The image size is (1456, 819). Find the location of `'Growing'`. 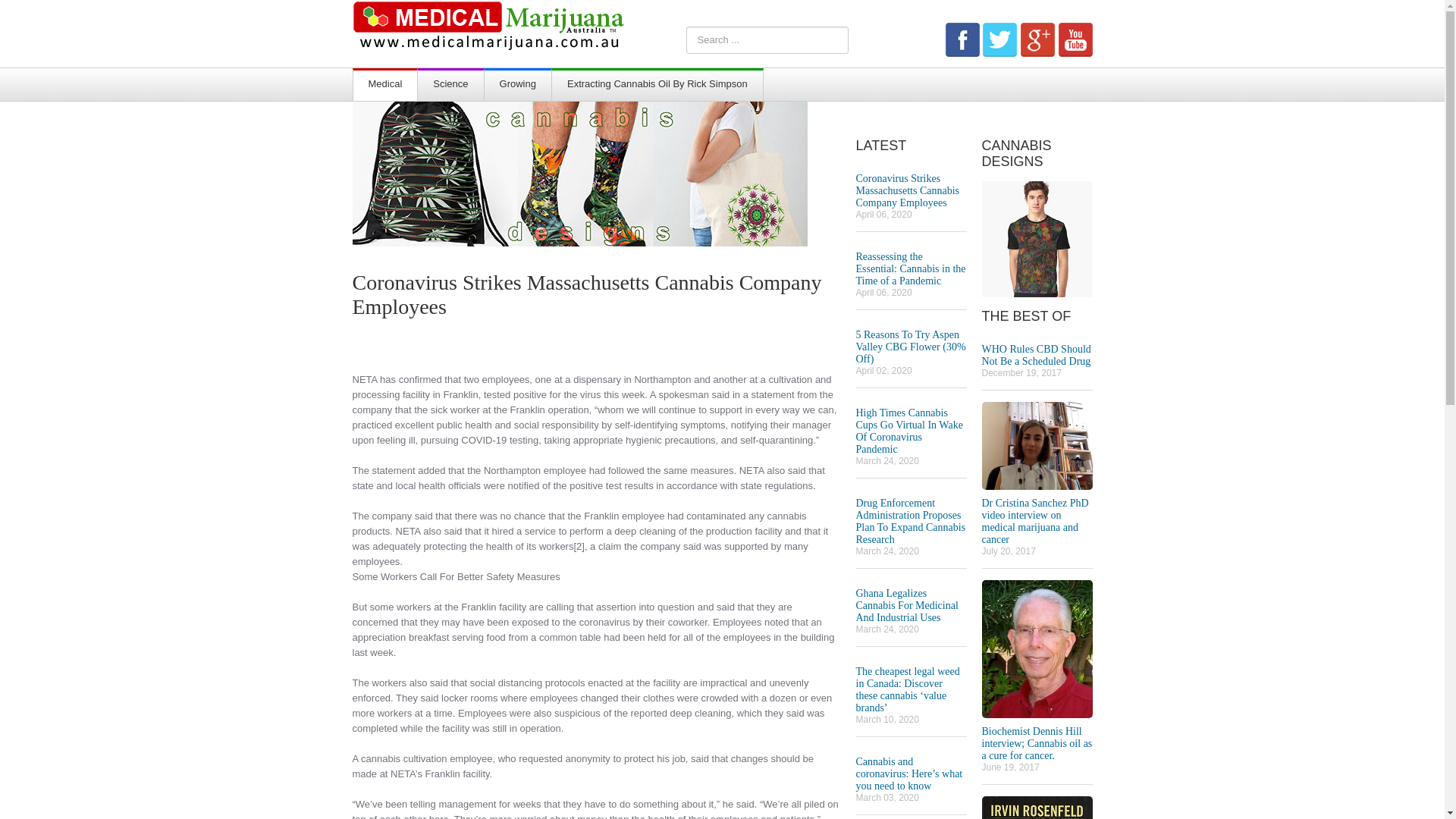

'Growing' is located at coordinates (517, 85).